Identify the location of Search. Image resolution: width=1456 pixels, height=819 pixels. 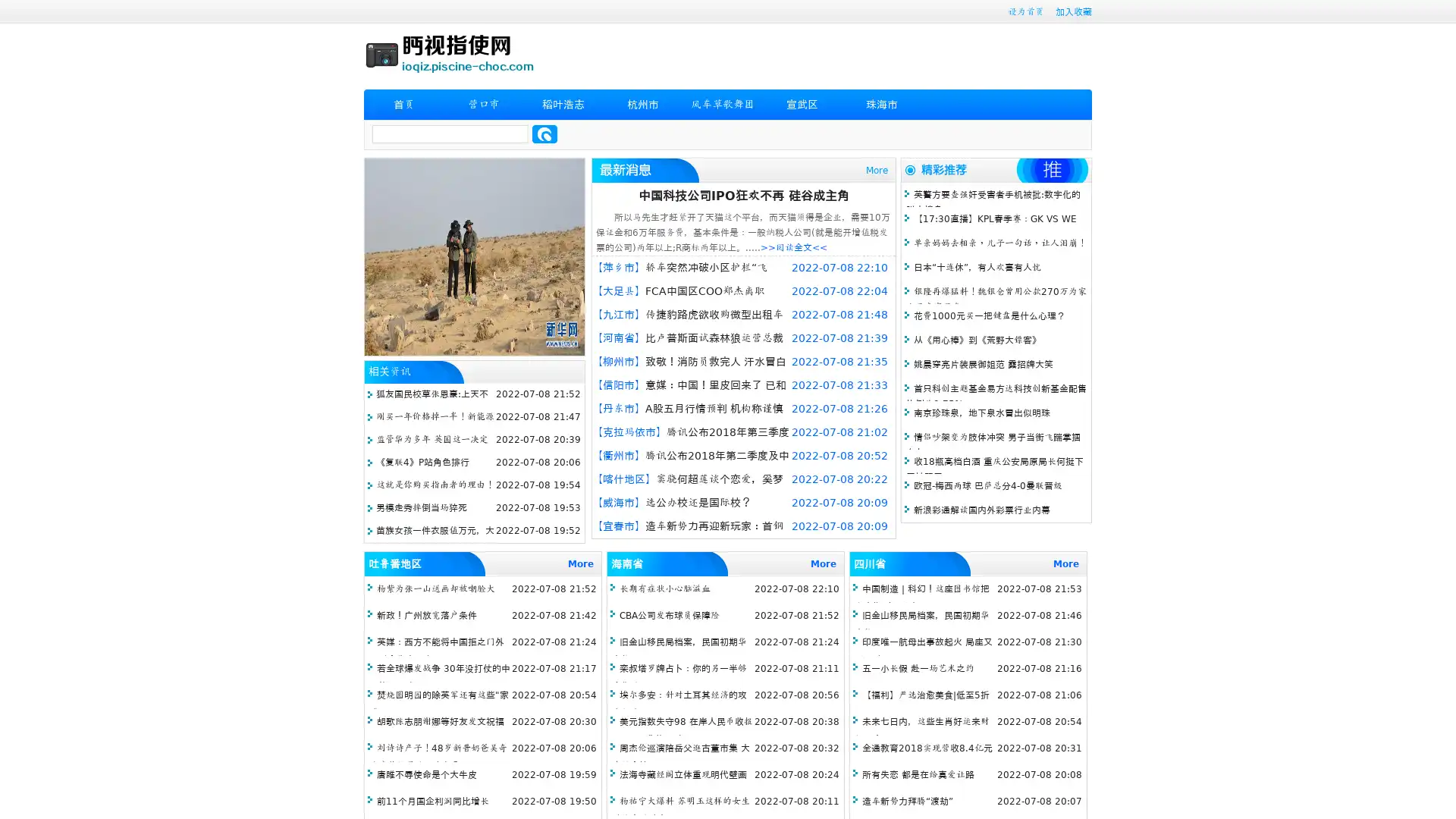
(544, 133).